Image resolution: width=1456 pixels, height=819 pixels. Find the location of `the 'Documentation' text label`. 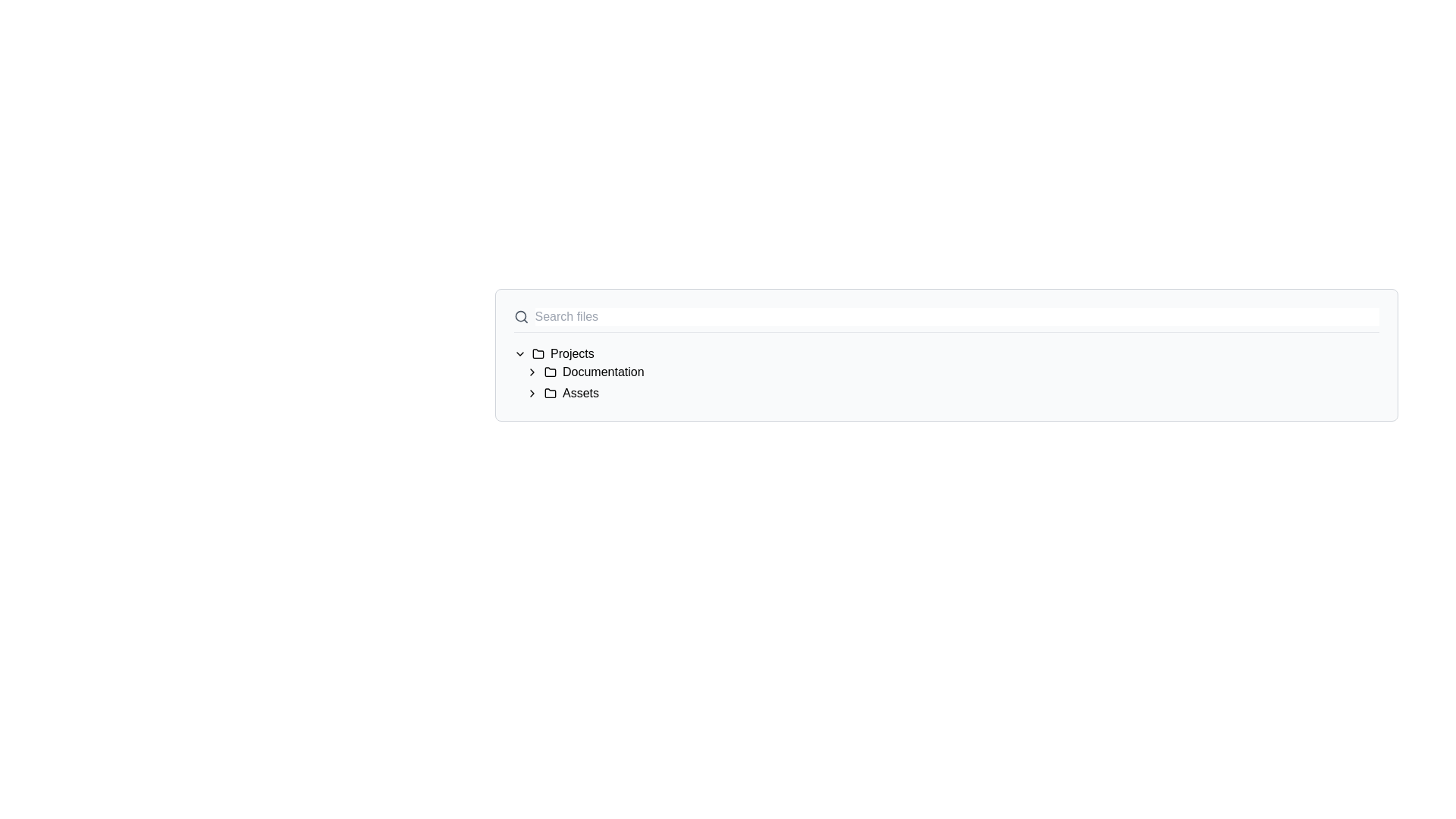

the 'Documentation' text label is located at coordinates (602, 372).